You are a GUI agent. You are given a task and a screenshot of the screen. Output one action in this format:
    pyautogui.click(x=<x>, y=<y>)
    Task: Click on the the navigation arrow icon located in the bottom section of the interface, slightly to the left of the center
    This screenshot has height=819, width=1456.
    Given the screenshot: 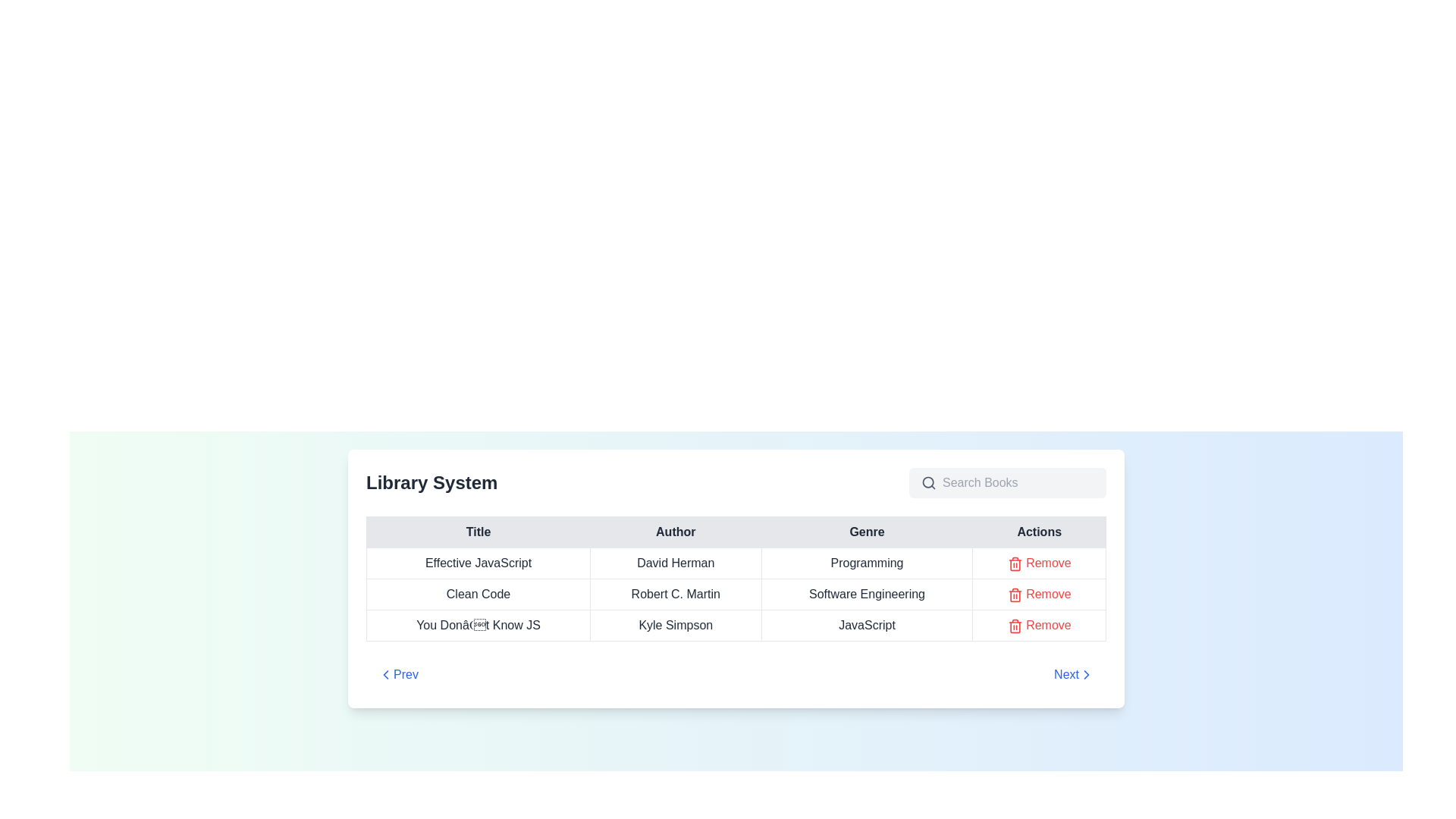 What is the action you would take?
    pyautogui.click(x=385, y=674)
    